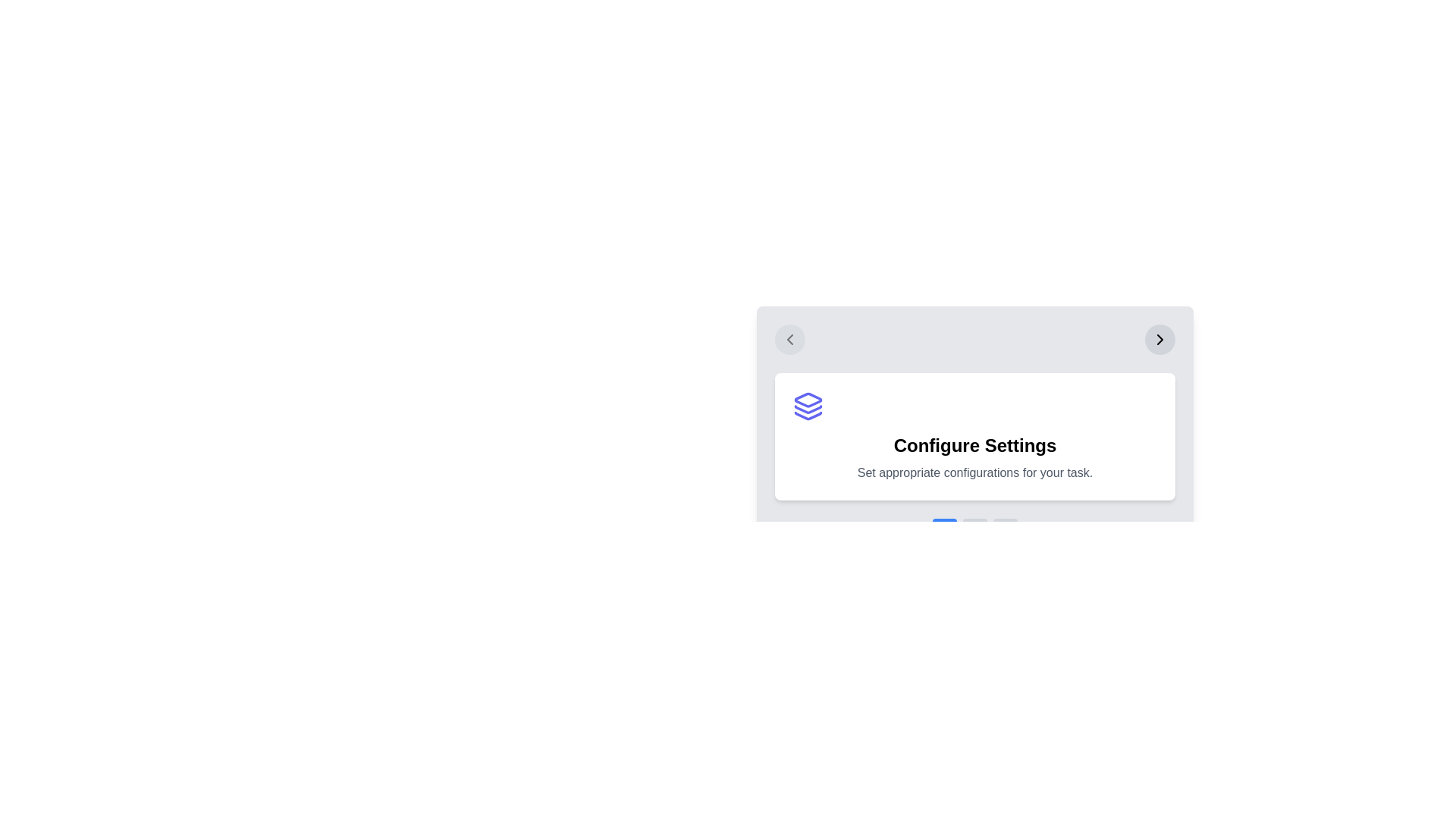  I want to click on the step indicator corresponding to step 2, so click(975, 520).